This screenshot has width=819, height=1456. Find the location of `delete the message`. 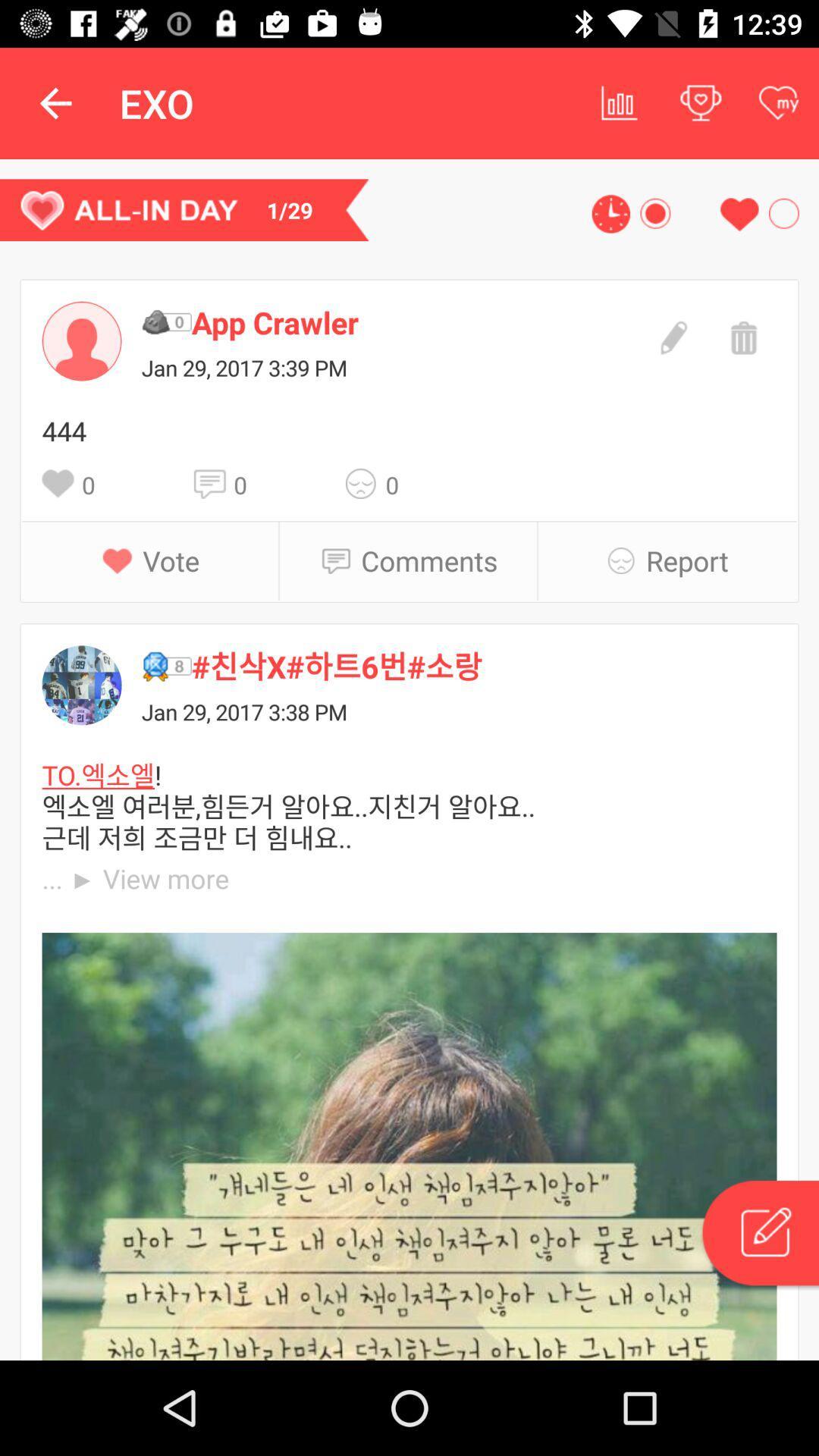

delete the message is located at coordinates (741, 335).